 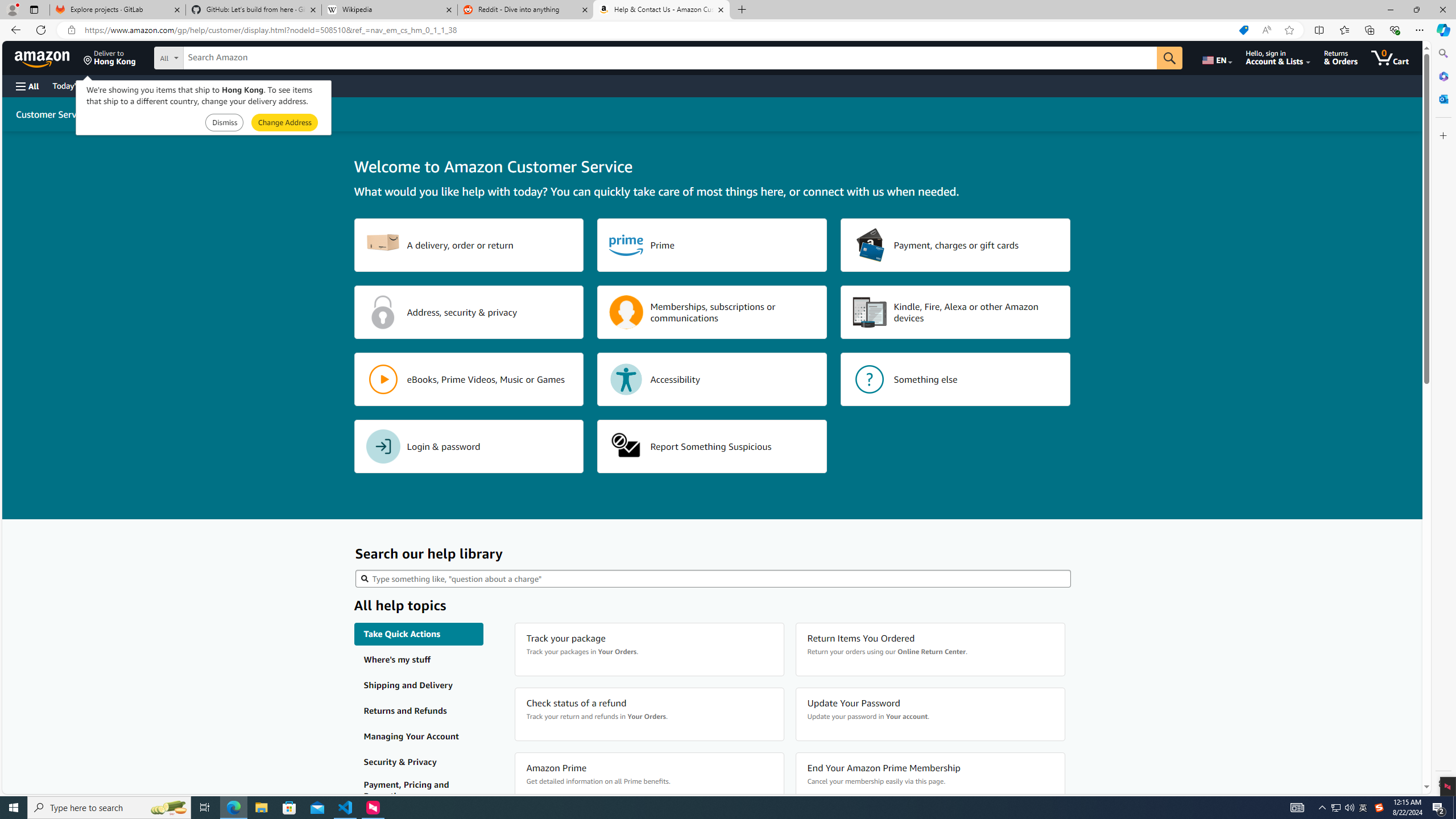 What do you see at coordinates (955, 245) in the screenshot?
I see `'Payment, charges or gift cards'` at bounding box center [955, 245].